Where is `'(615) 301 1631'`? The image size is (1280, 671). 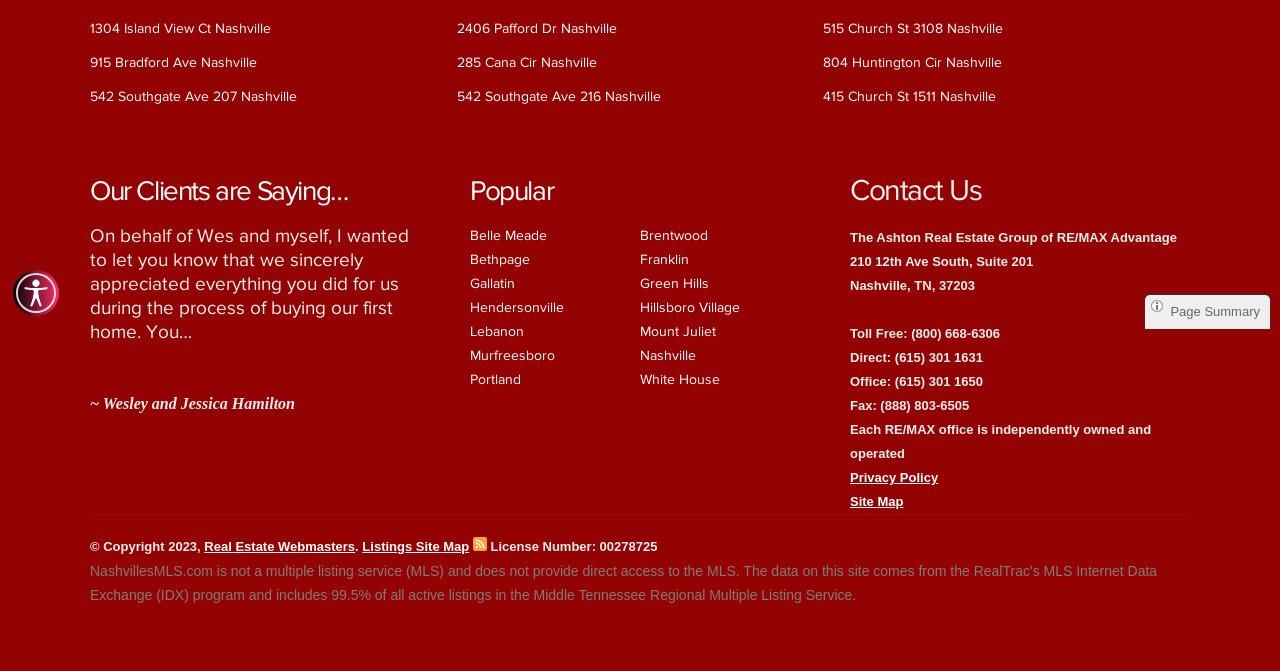 '(615) 301 1631' is located at coordinates (936, 355).